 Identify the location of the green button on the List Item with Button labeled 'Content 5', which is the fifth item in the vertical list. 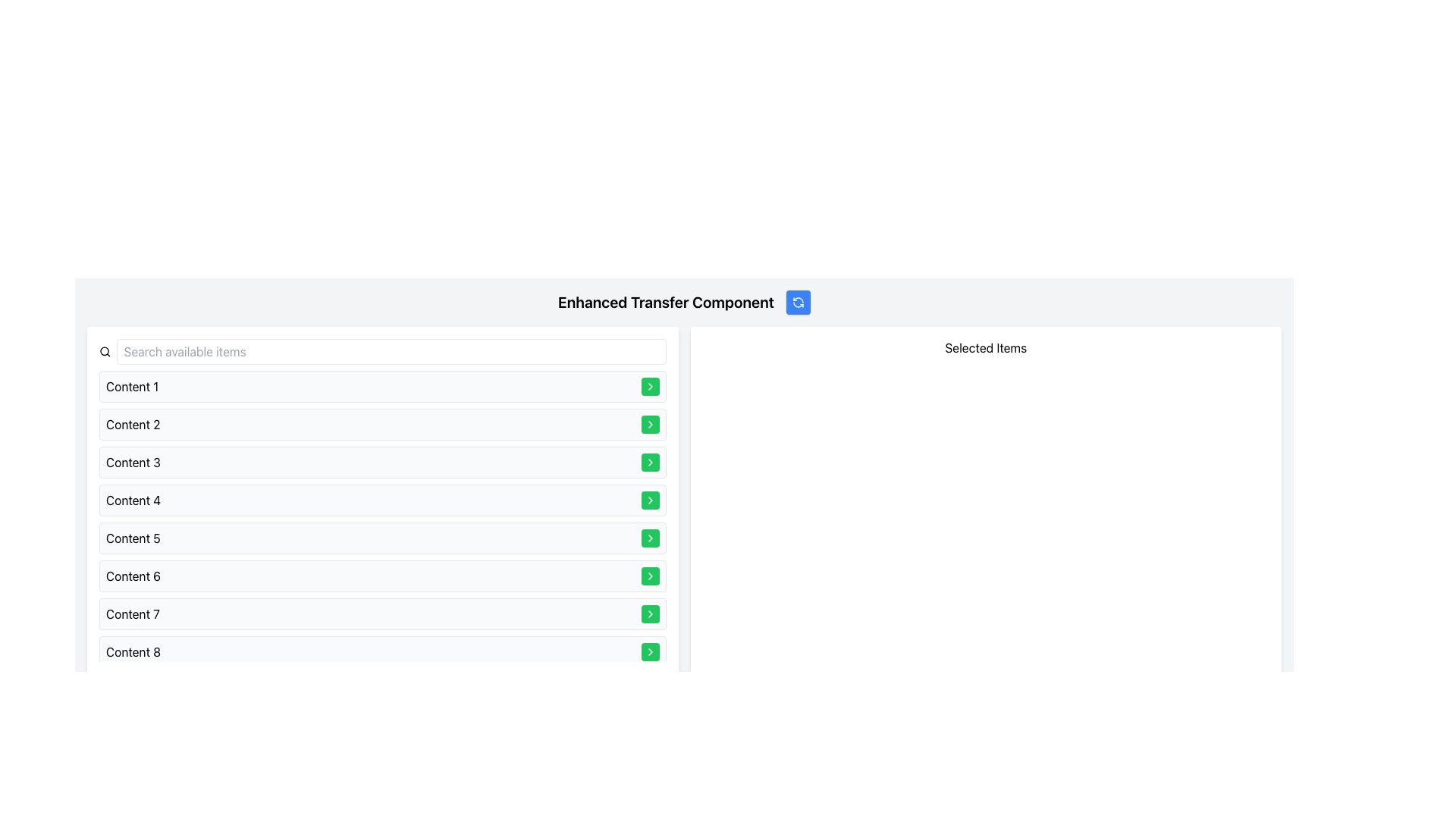
(382, 537).